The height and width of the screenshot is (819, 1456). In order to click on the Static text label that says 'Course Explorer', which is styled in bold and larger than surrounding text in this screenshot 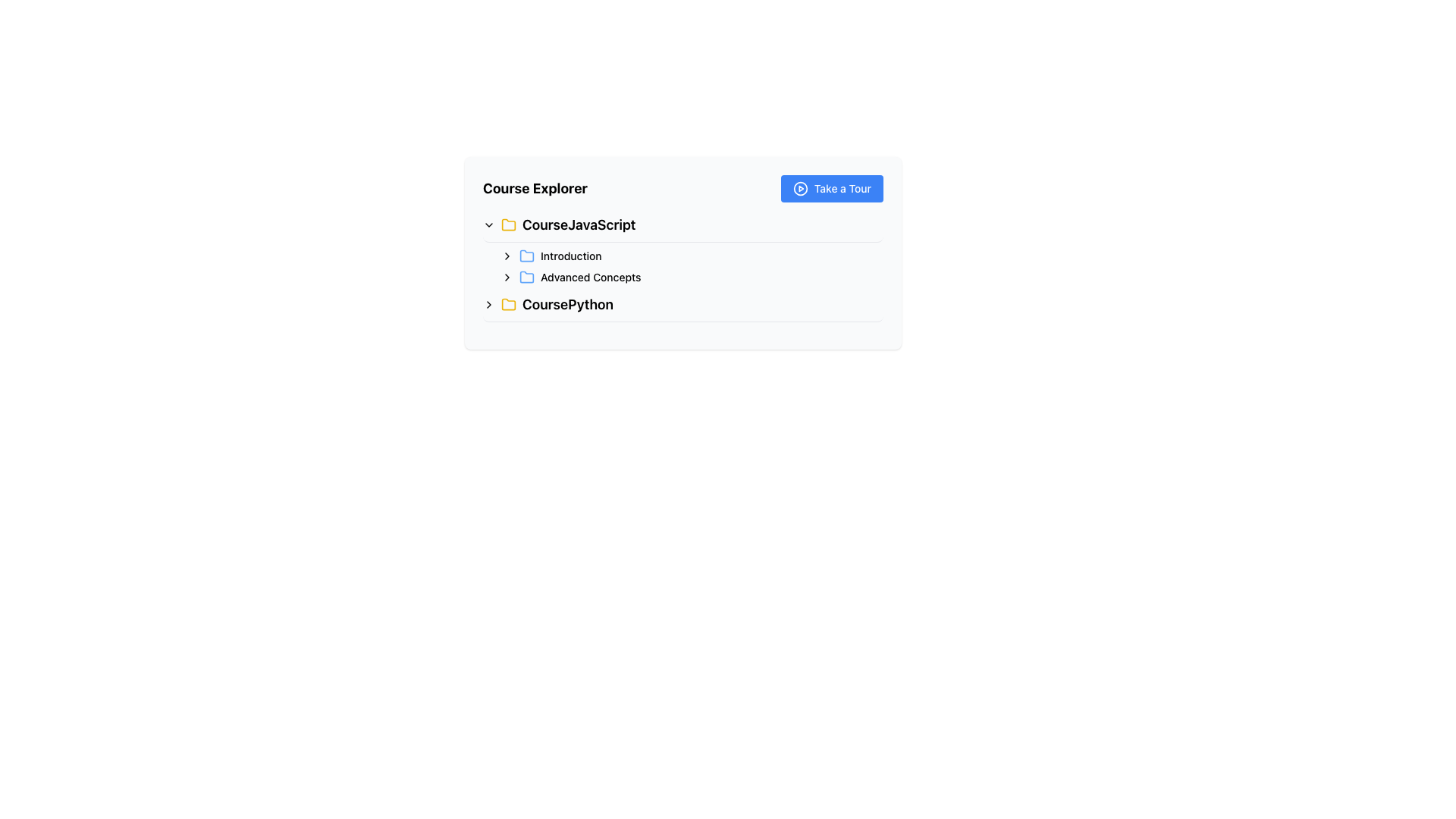, I will do `click(535, 188)`.